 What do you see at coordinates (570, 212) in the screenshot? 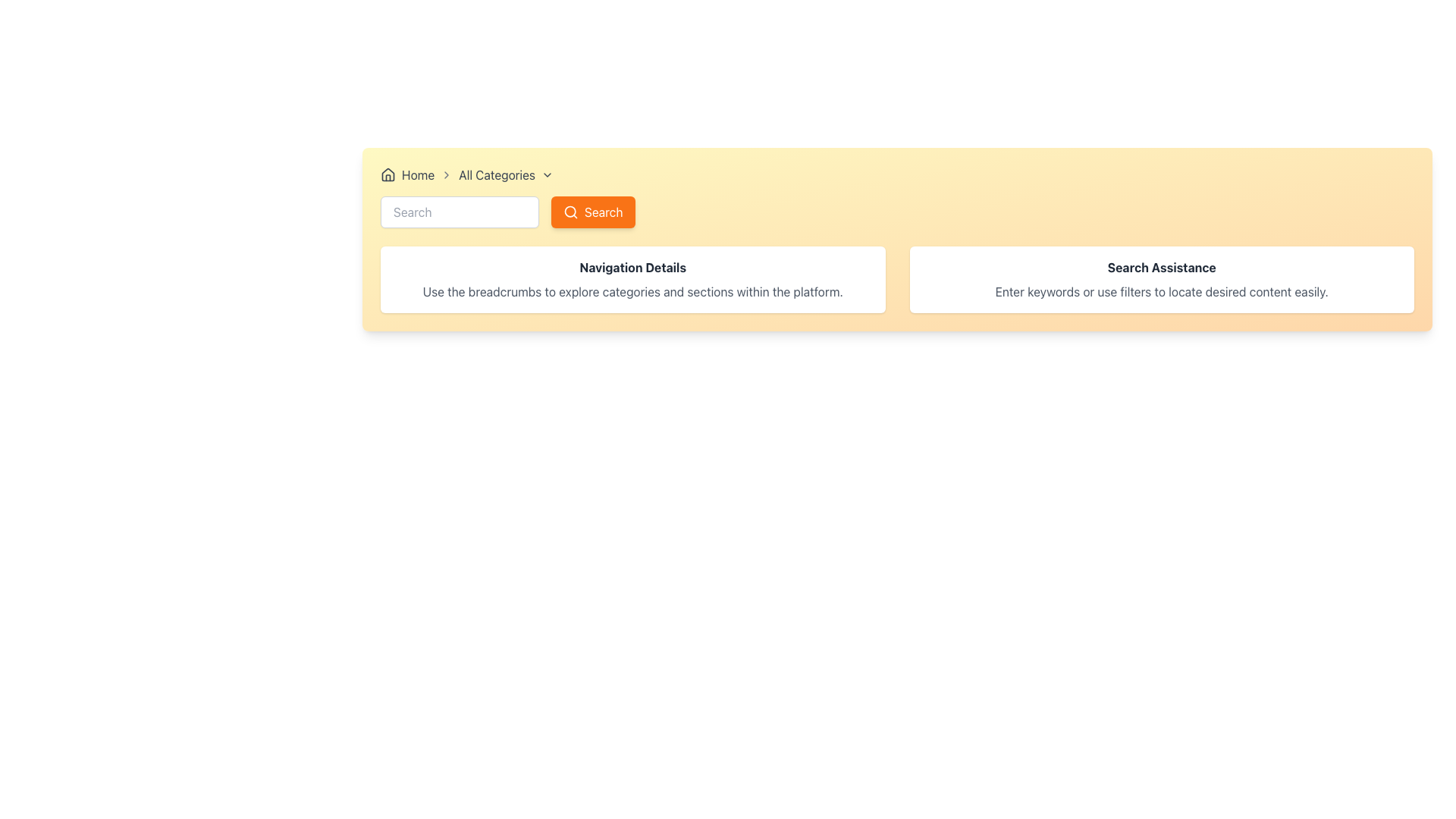
I see `the Circle element representing the lens part of the magnifying glass icon within the search button located at the upper-right section of the webpage` at bounding box center [570, 212].